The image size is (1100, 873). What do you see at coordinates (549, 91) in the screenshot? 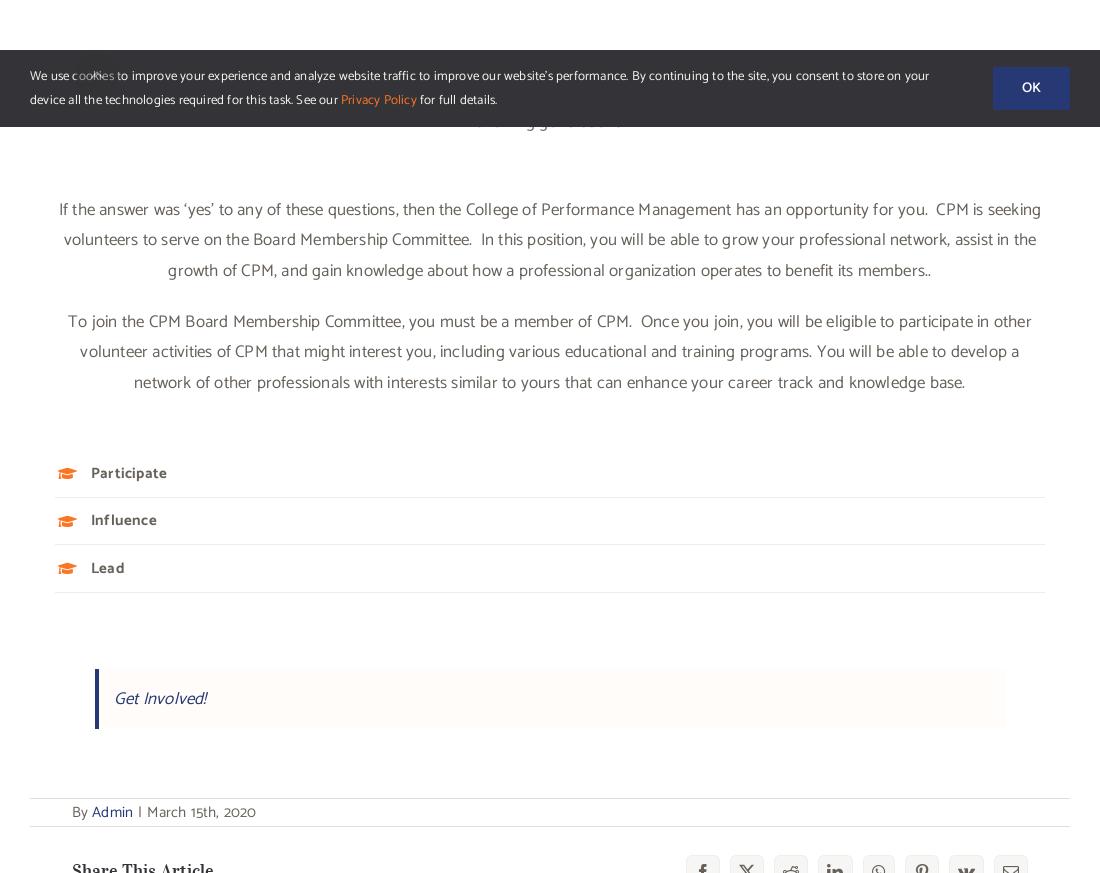
I see `'Do you want to expand your volunteer resume showing leadership or outside activities?  Are you ready to volunteer with a professional society? Need to find a new way to share the knowledge you have acquired in your career? Looking for a way to share knowledge for the following generations?'` at bounding box center [549, 91].